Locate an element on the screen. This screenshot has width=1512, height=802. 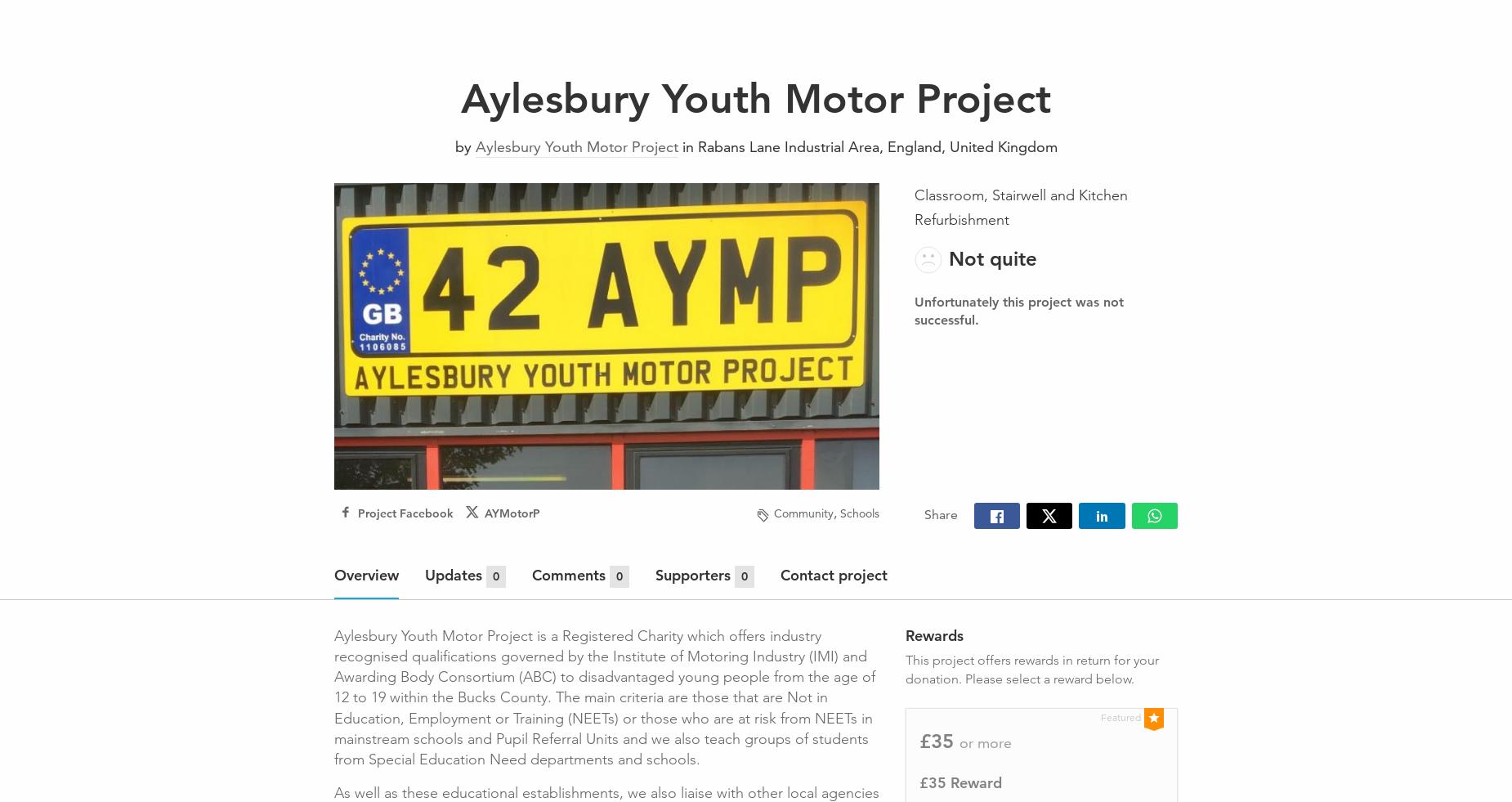
'This project offers rewards in return for your donation. Please select a reward below.' is located at coordinates (1031, 669).